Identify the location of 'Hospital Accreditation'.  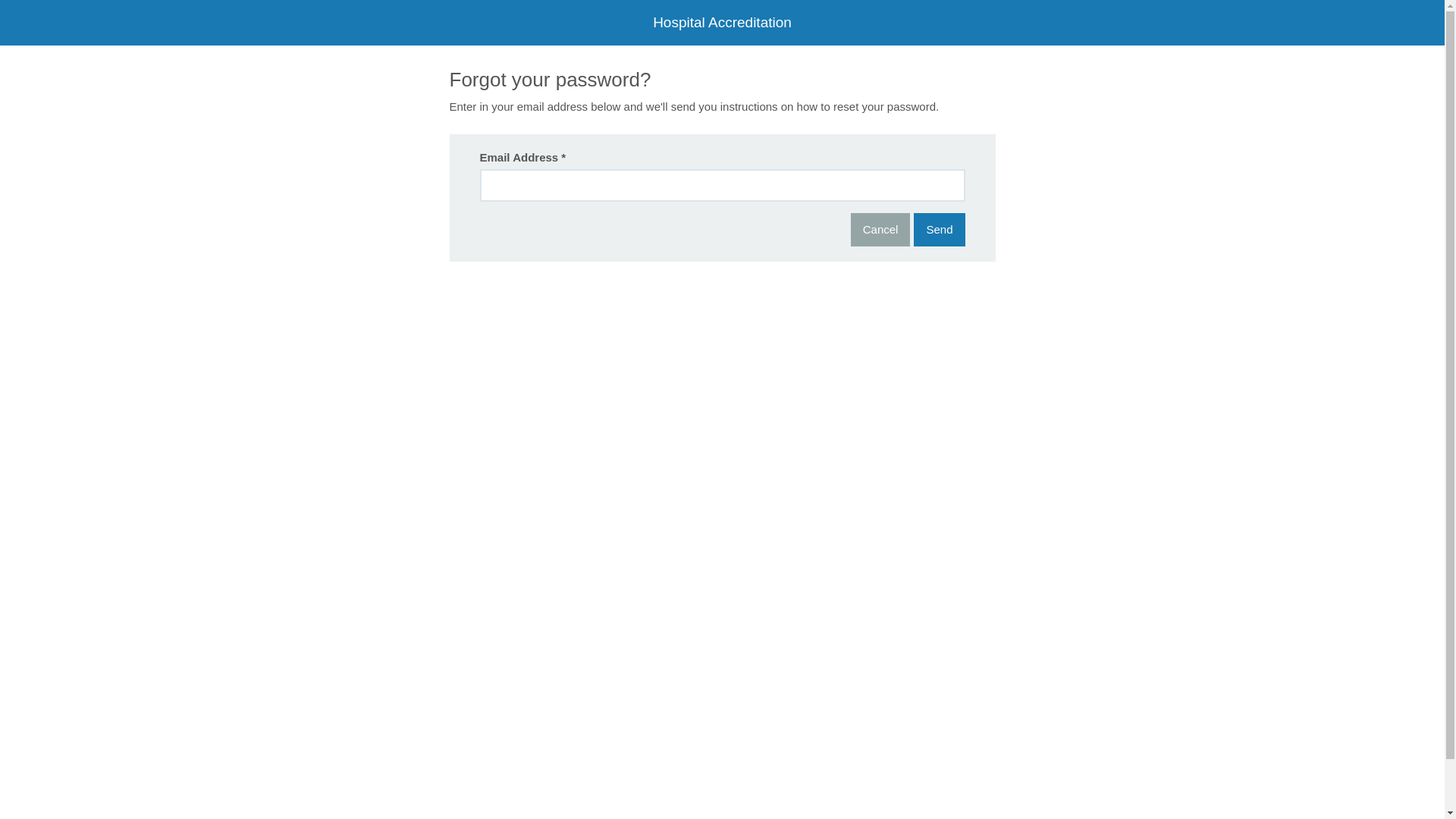
(721, 23).